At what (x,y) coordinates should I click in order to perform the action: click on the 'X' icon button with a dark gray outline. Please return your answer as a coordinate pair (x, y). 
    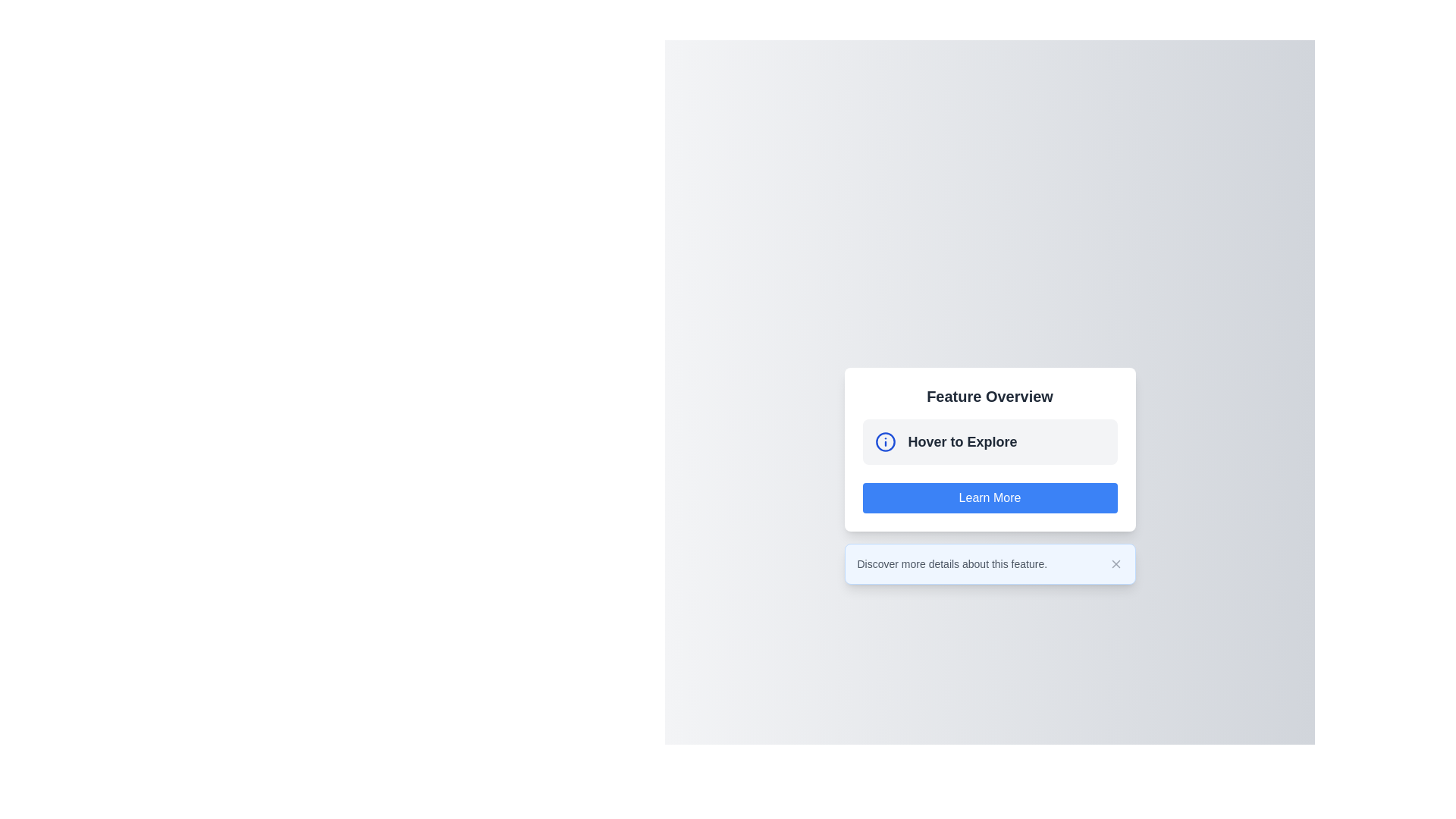
    Looking at the image, I should click on (1116, 564).